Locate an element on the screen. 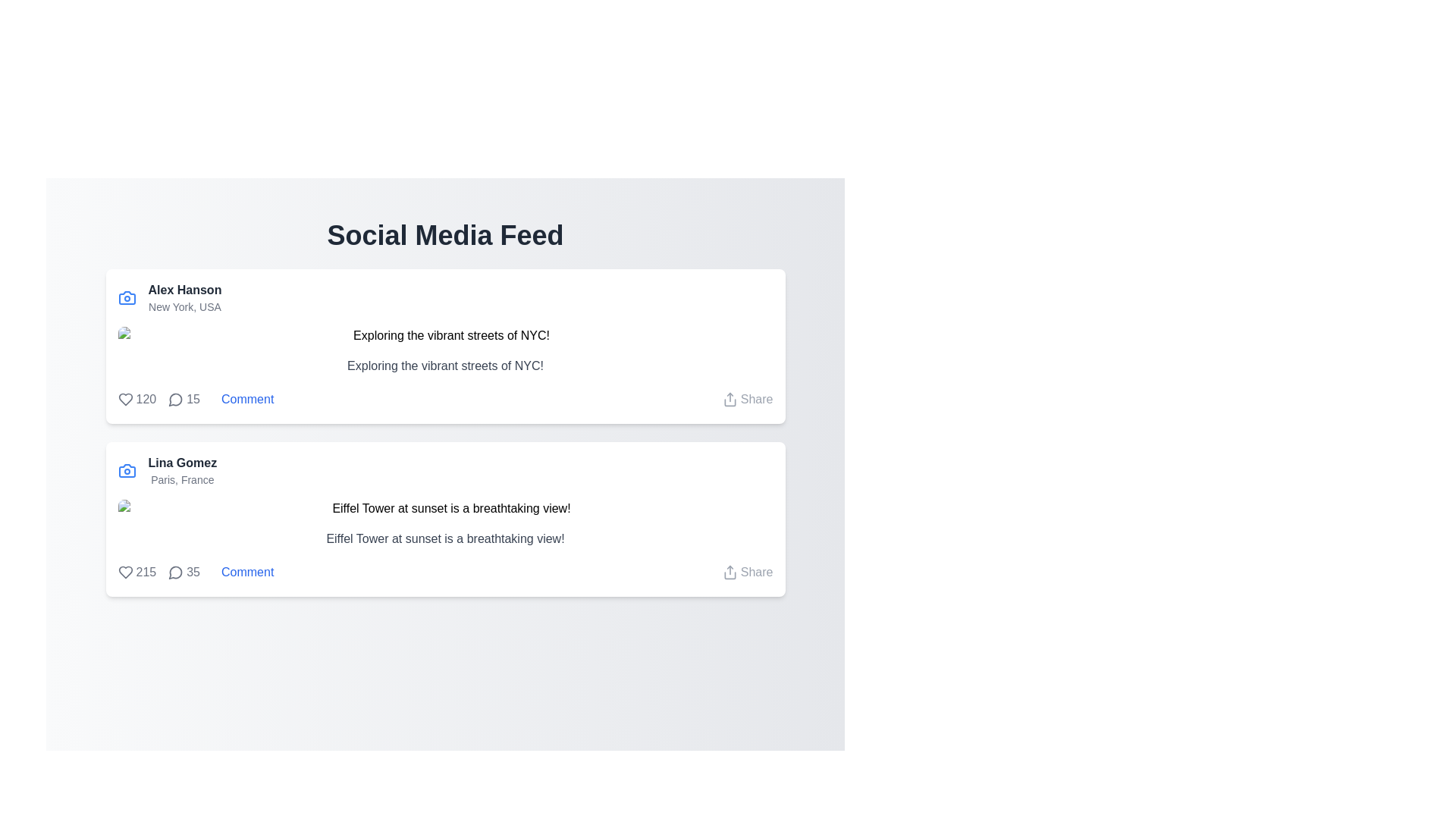 This screenshot has width=1456, height=819. the prominently displayed heading 'Social Media Feed', which is styled in large, bold font and dark gray color, centrally aligned at the top of the feed area is located at coordinates (444, 236).